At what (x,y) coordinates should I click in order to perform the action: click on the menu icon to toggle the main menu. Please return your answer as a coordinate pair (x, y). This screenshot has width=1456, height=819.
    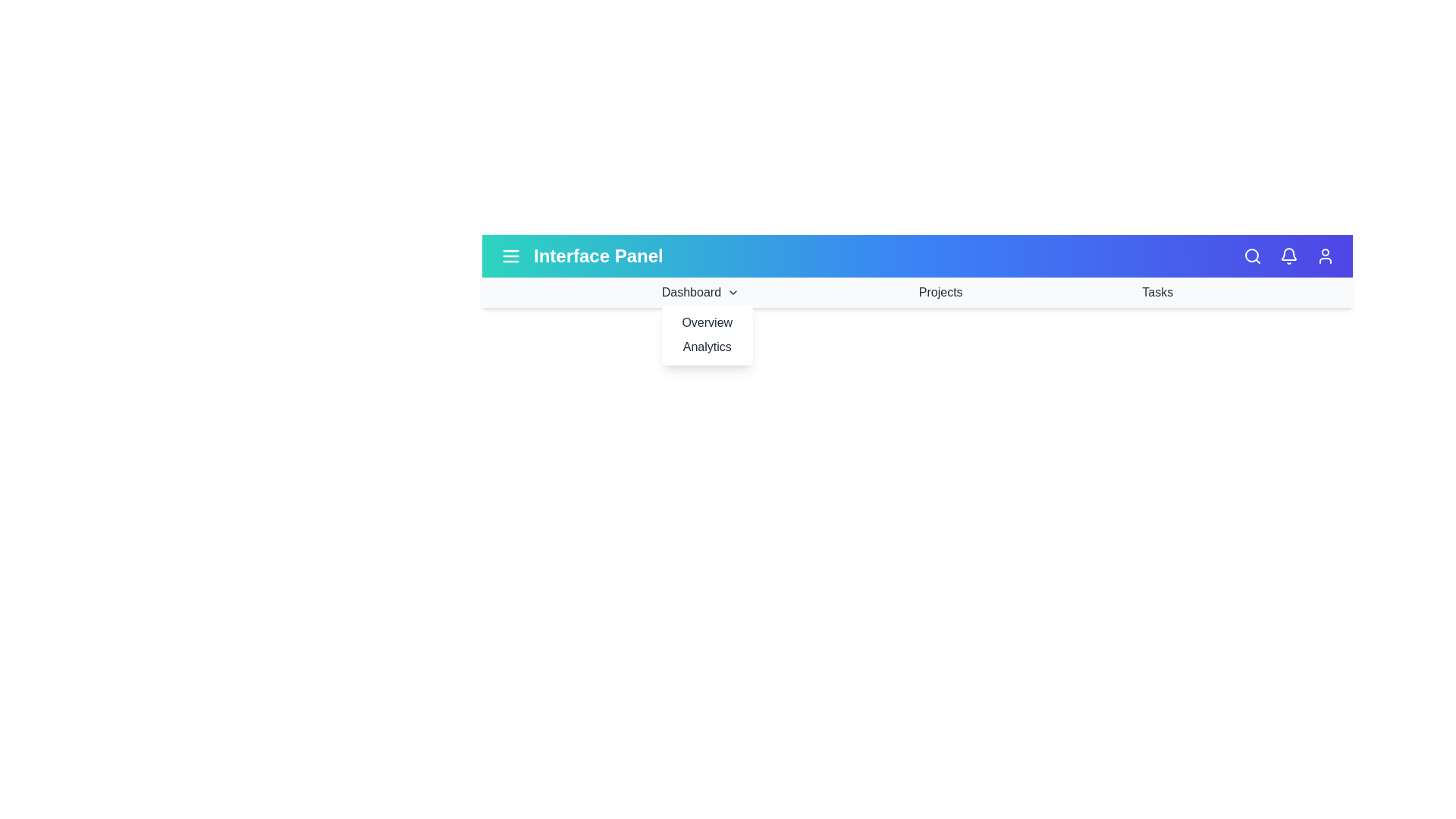
    Looking at the image, I should click on (510, 256).